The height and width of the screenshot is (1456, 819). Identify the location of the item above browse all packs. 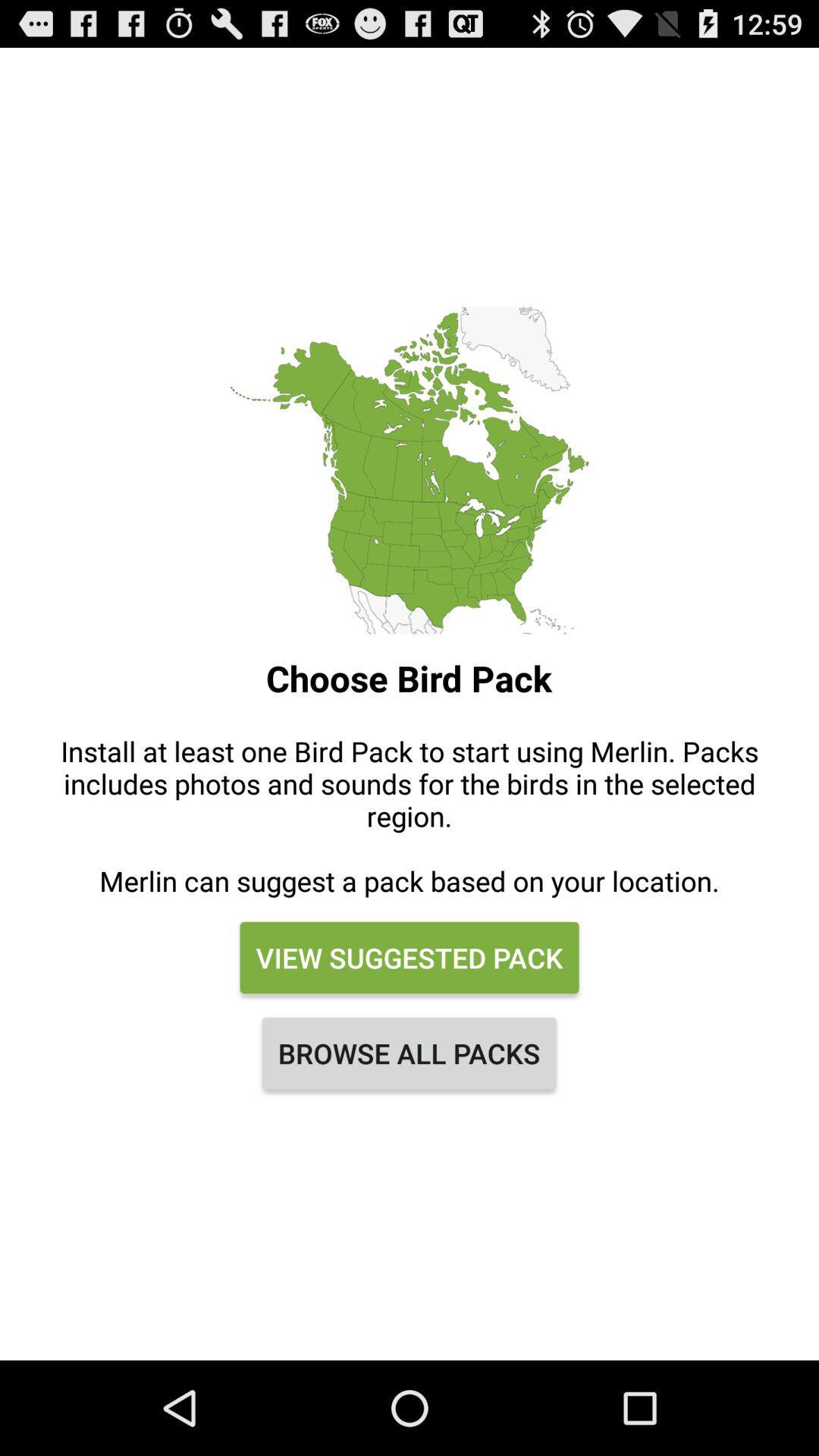
(409, 956).